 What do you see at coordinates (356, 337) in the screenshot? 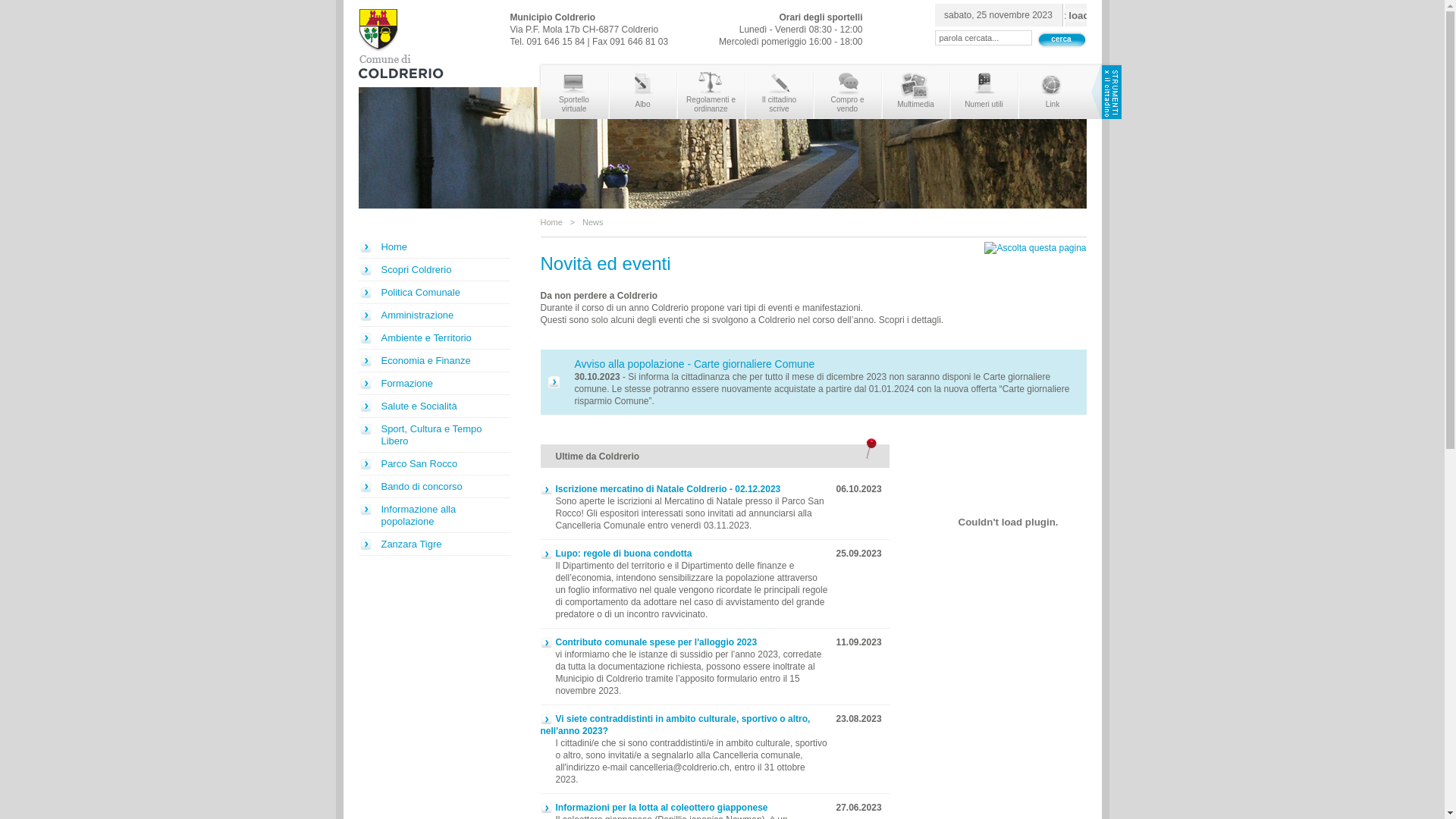
I see `'Ambiente e Territorio'` at bounding box center [356, 337].